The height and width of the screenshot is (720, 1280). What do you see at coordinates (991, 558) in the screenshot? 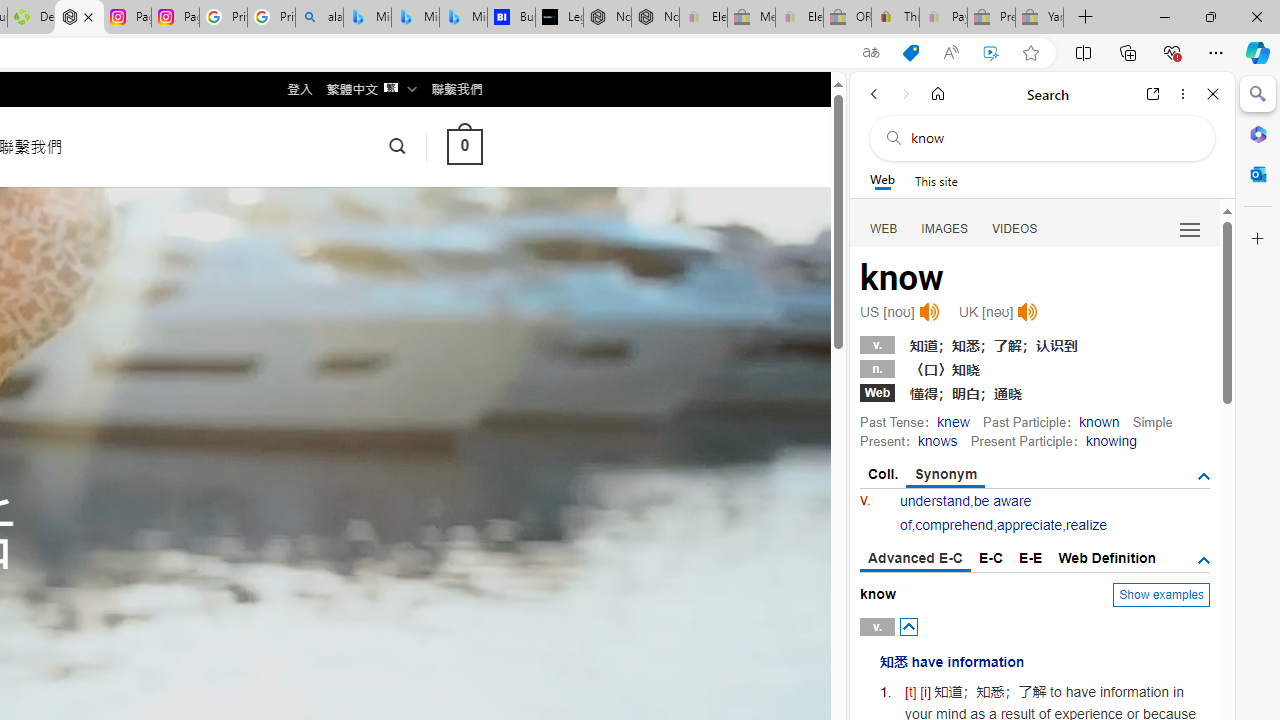
I see `'E-C'` at bounding box center [991, 558].